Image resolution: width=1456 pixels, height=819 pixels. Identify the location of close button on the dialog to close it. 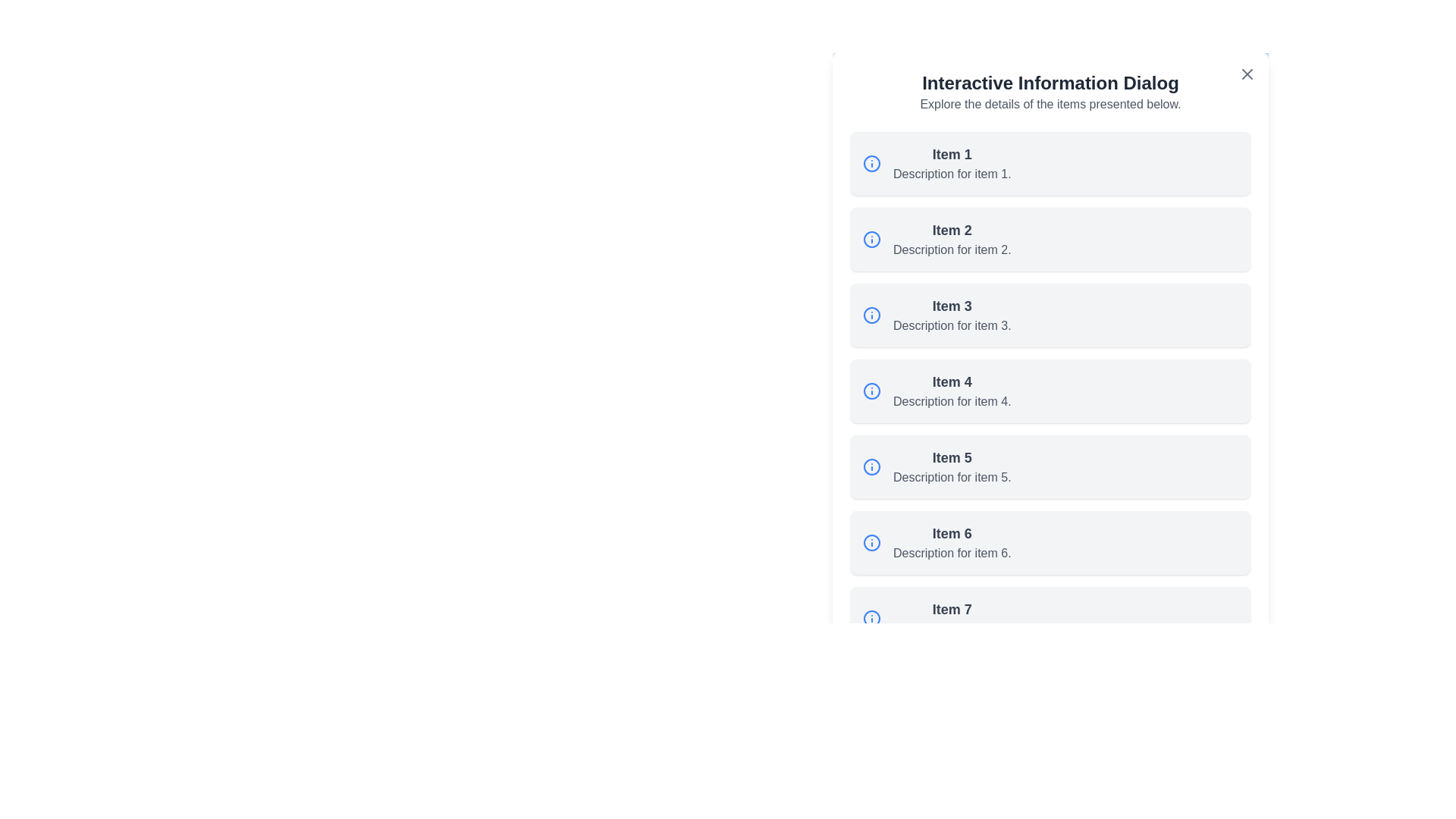
(1247, 74).